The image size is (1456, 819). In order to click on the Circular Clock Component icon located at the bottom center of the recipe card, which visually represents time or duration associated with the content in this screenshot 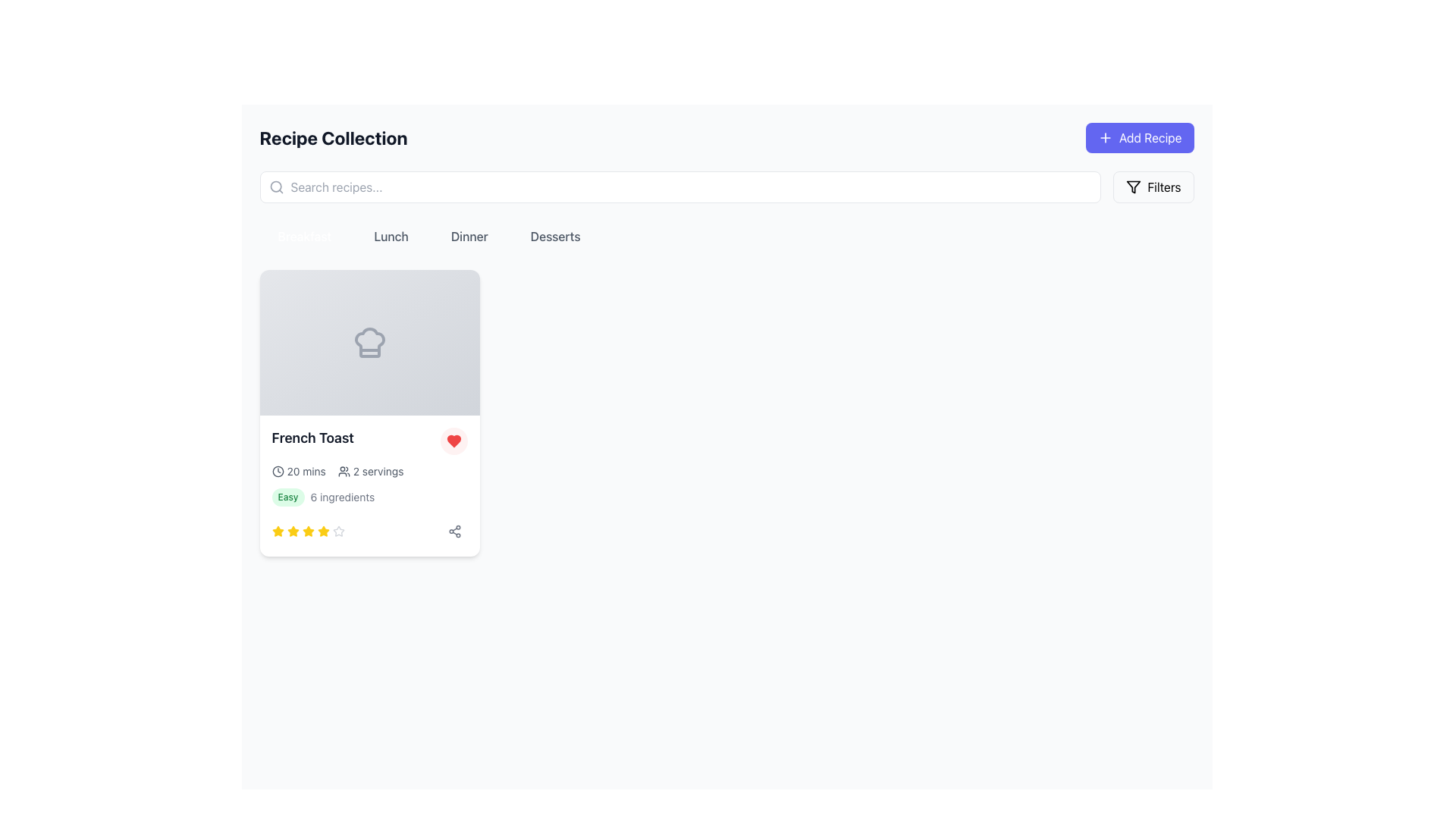, I will do `click(278, 470)`.